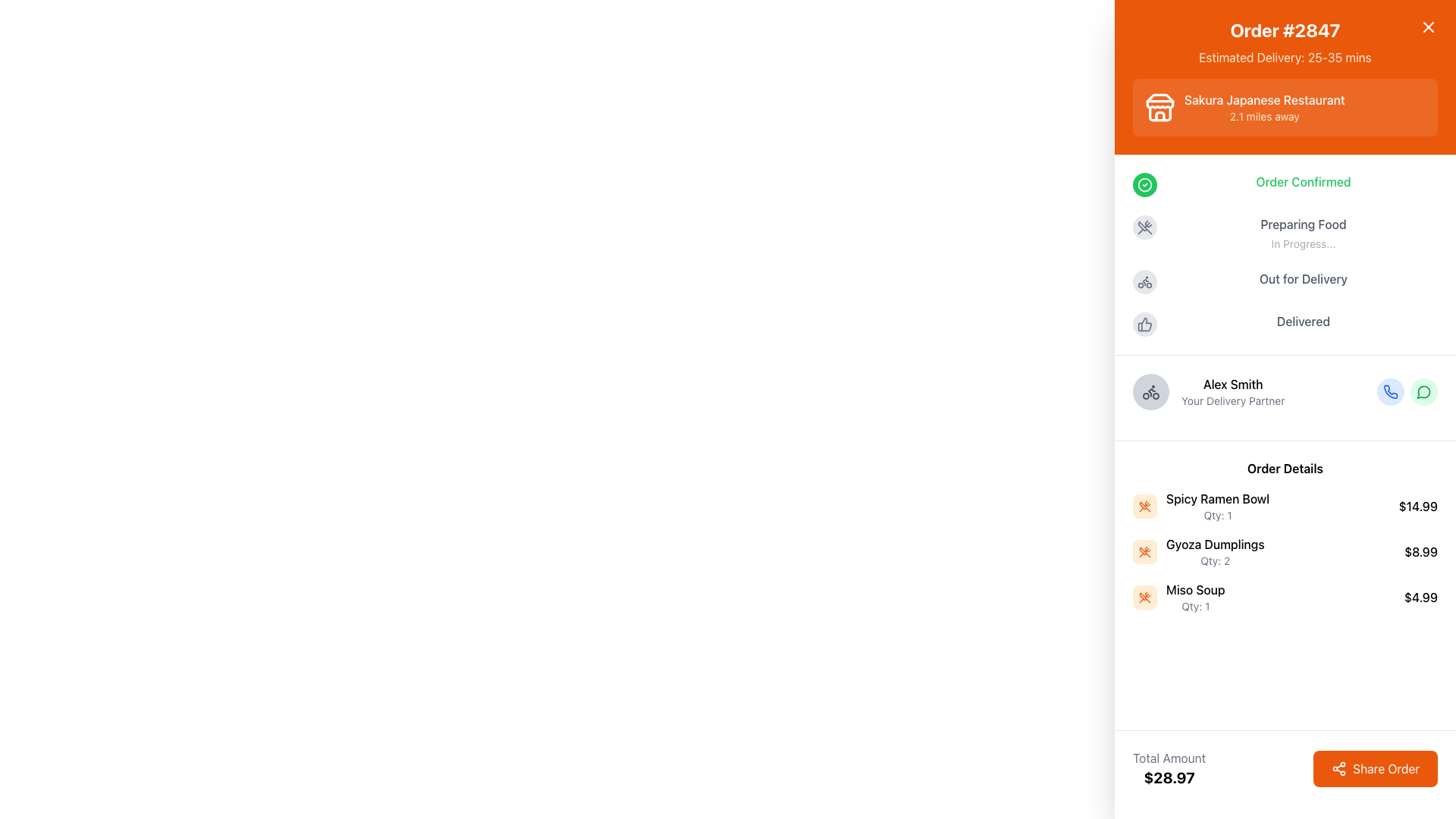  Describe the element at coordinates (1145, 184) in the screenshot. I see `the circular icon with a white checkmark within a green border, located next to the 'Order Confirmed' text in the right-side panel` at that location.